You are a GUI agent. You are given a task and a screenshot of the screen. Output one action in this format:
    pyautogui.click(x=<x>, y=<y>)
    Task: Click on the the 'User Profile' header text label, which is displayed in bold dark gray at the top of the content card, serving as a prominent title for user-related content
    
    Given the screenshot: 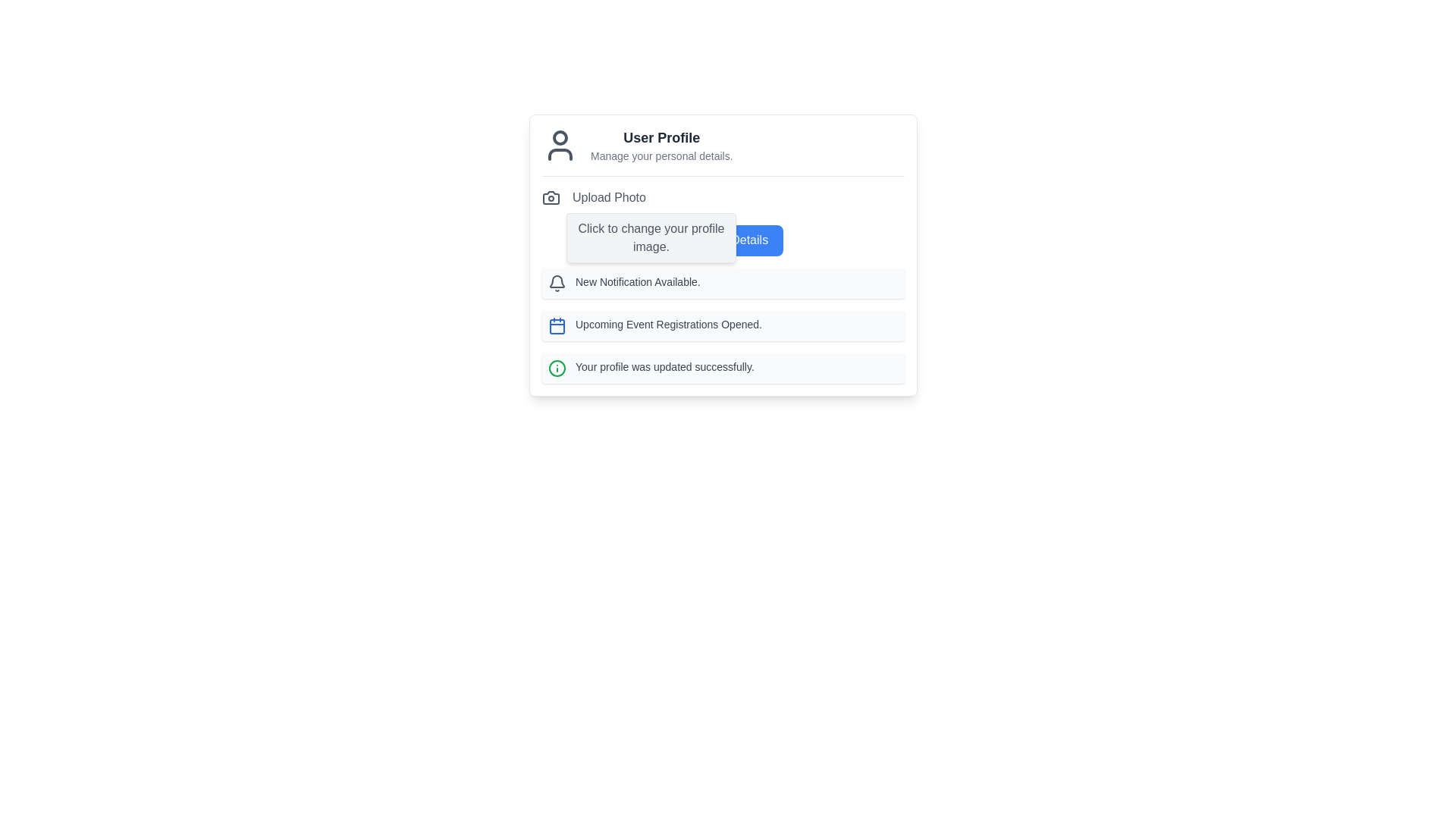 What is the action you would take?
    pyautogui.click(x=661, y=137)
    